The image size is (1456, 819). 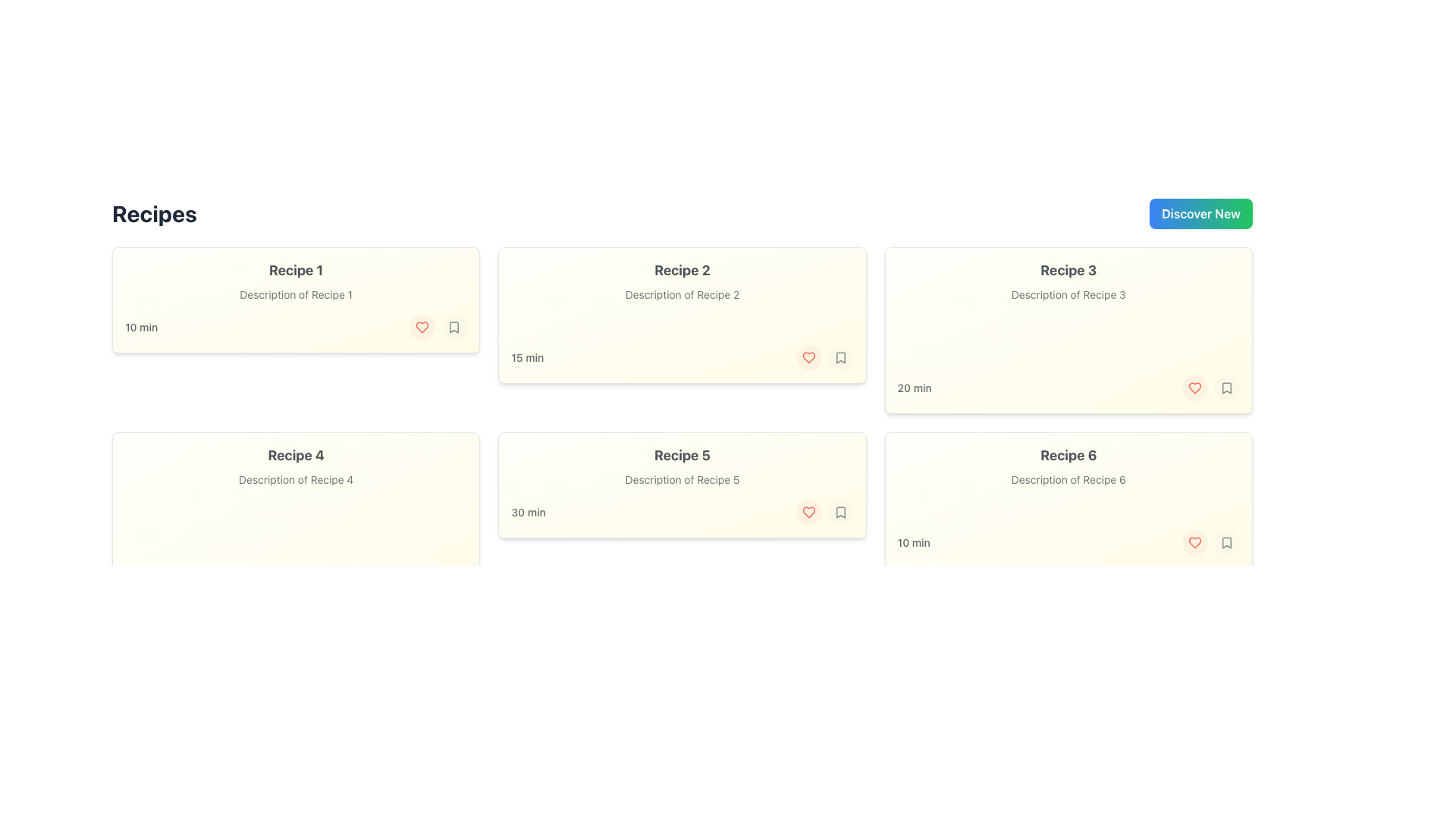 What do you see at coordinates (422, 327) in the screenshot?
I see `the Heart icon button located in the bottom right corner of the 'Recipe 2' card` at bounding box center [422, 327].